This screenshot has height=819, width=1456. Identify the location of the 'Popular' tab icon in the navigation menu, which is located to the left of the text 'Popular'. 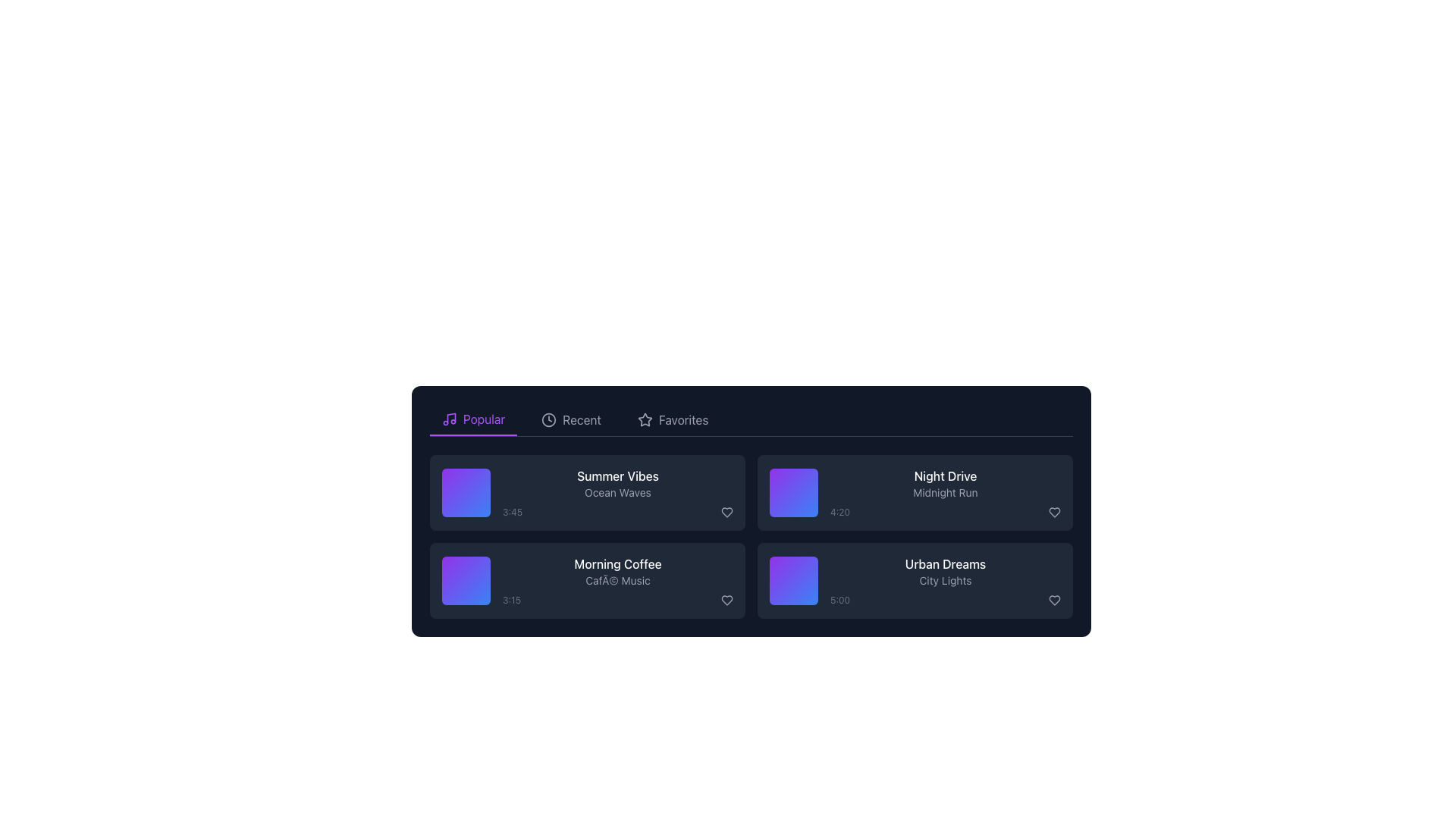
(449, 419).